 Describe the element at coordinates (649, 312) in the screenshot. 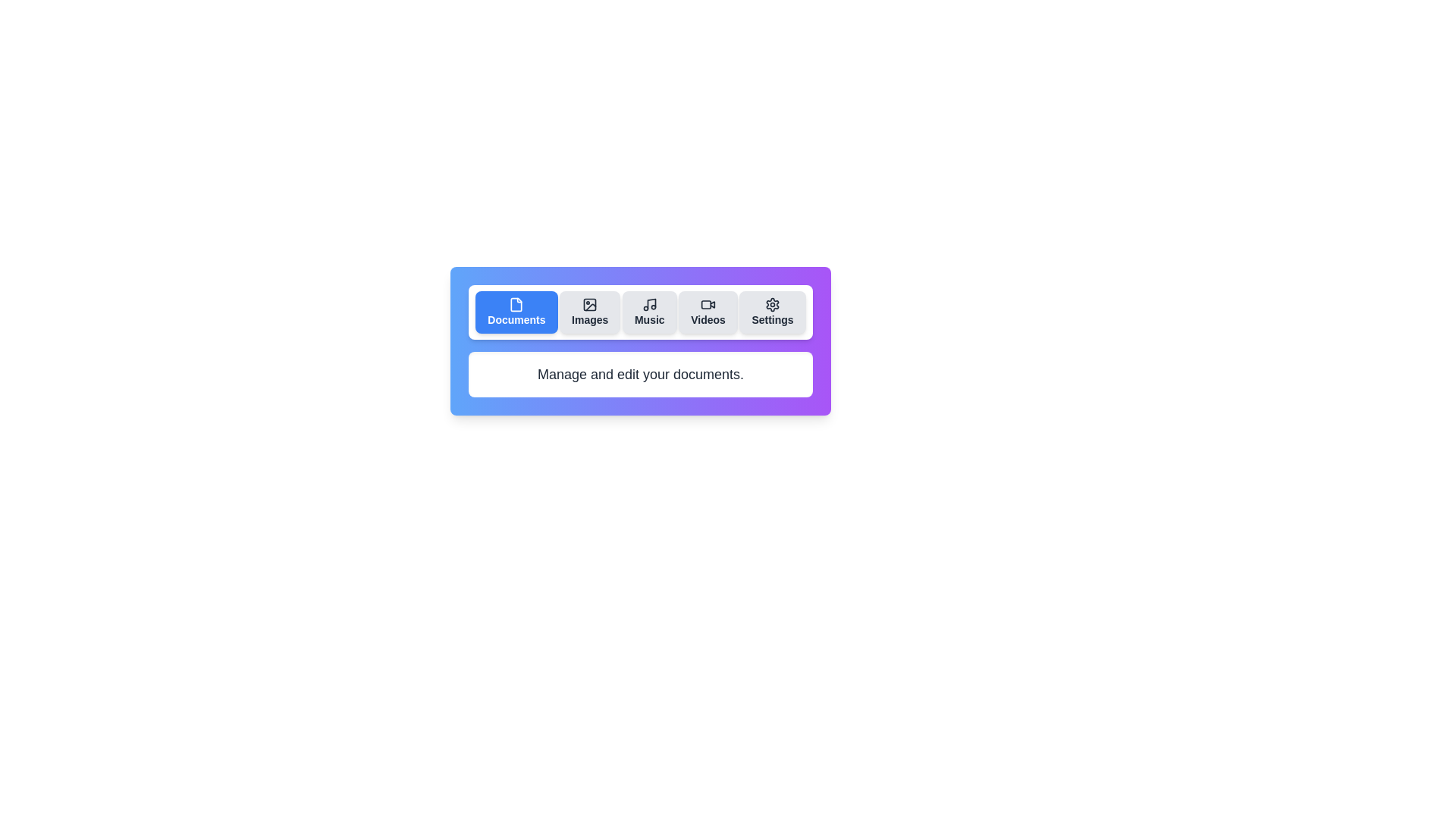

I see `the tab labeled Music to view its content` at that location.